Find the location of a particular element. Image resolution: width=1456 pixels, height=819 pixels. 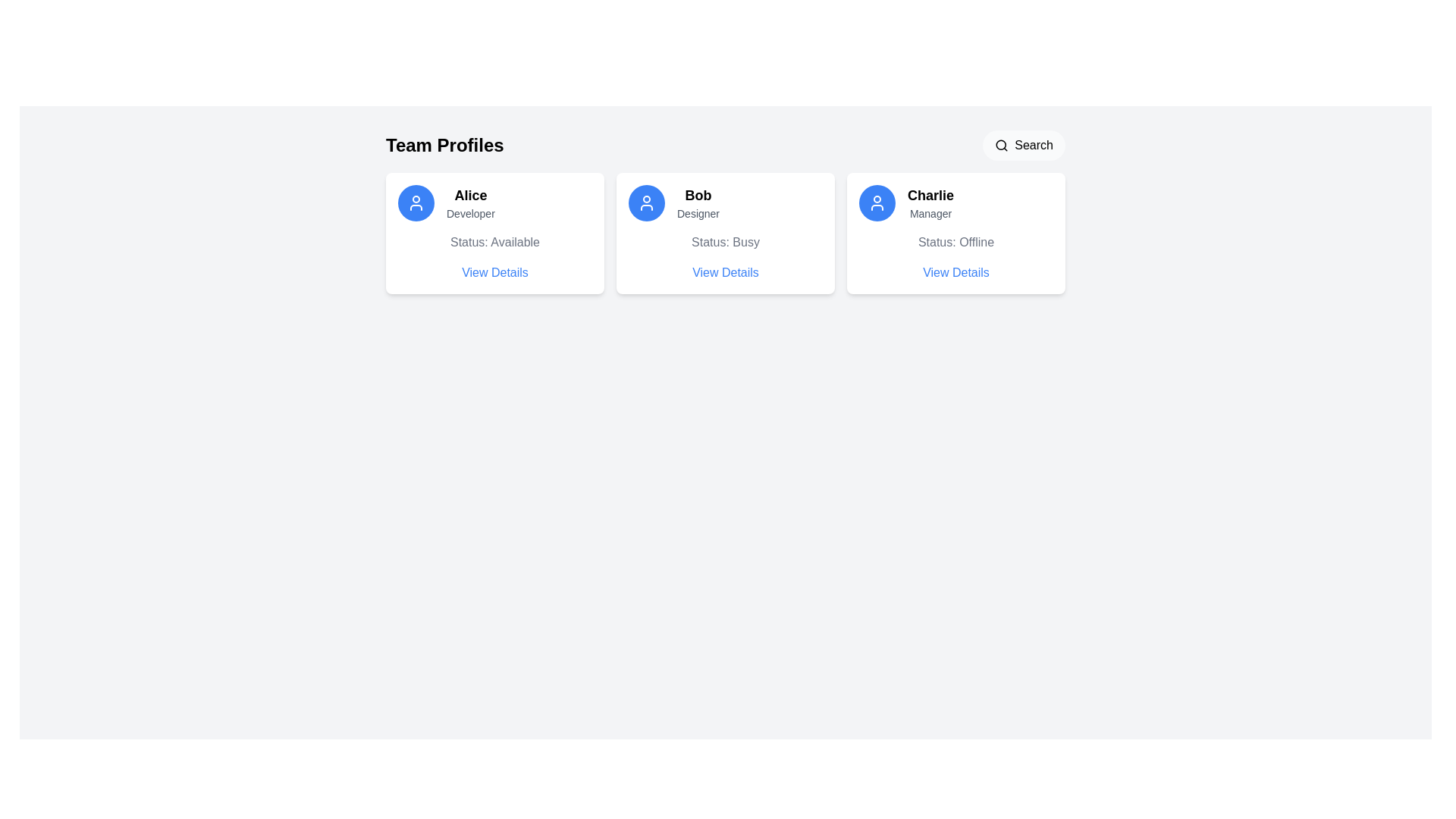

the user silhouette icon with a blue background and white strokes, which is part of the card labeled 'Bob' in the second column of user profile cards is located at coordinates (647, 202).